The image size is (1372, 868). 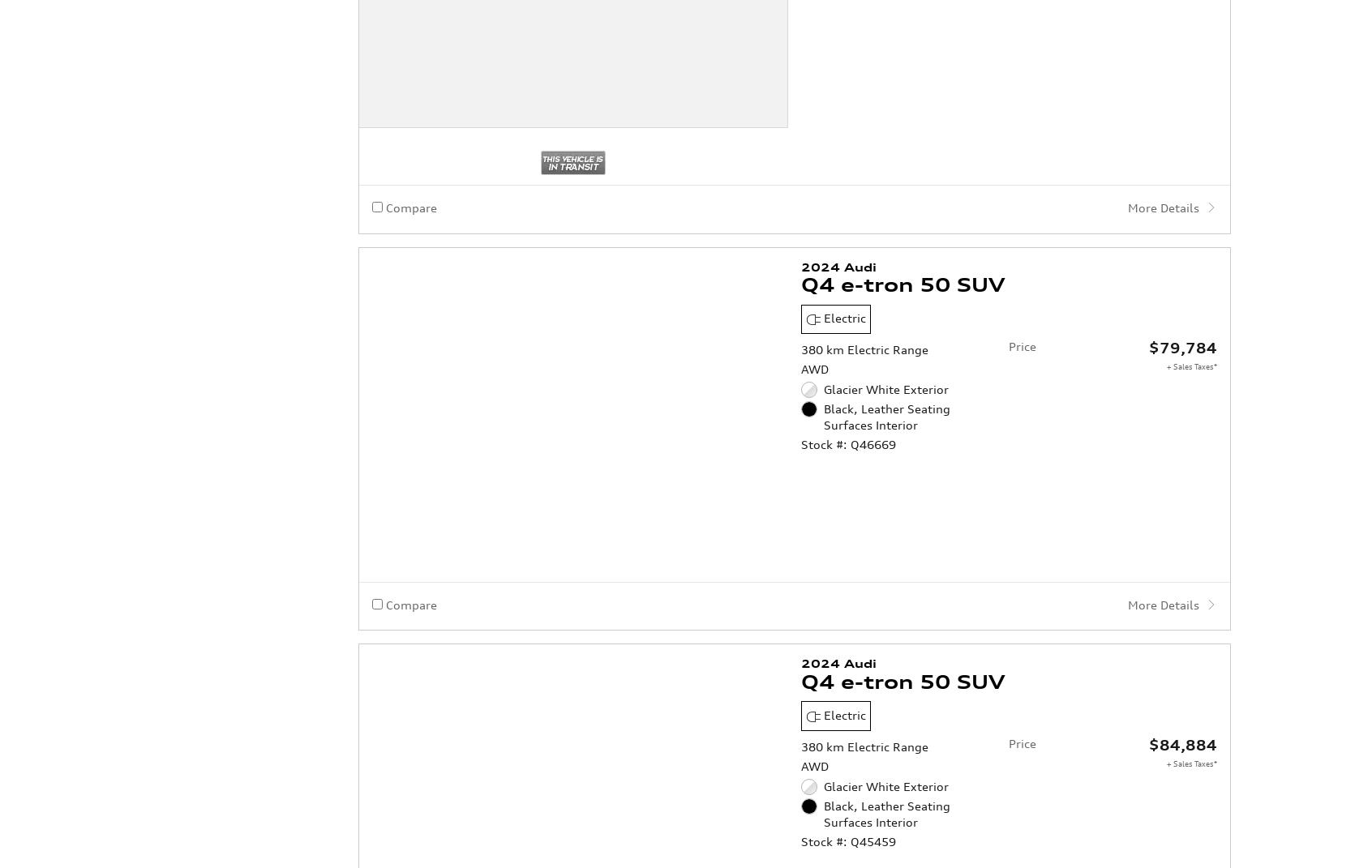 What do you see at coordinates (800, 711) in the screenshot?
I see `'Stock #: Q45459'` at bounding box center [800, 711].